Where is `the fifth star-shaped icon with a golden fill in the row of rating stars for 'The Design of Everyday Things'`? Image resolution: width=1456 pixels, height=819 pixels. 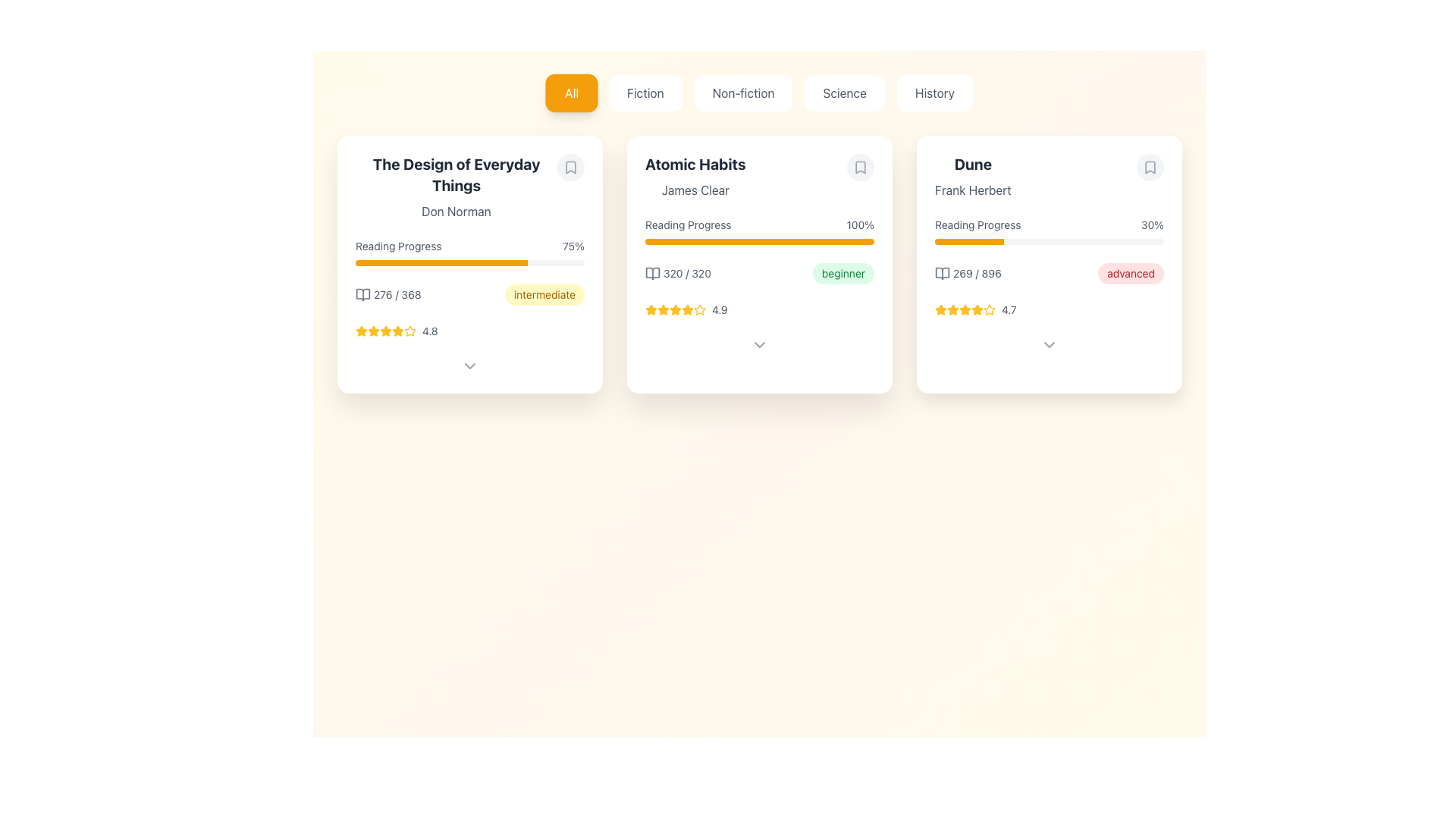
the fifth star-shaped icon with a golden fill in the row of rating stars for 'The Design of Everyday Things' is located at coordinates (397, 330).